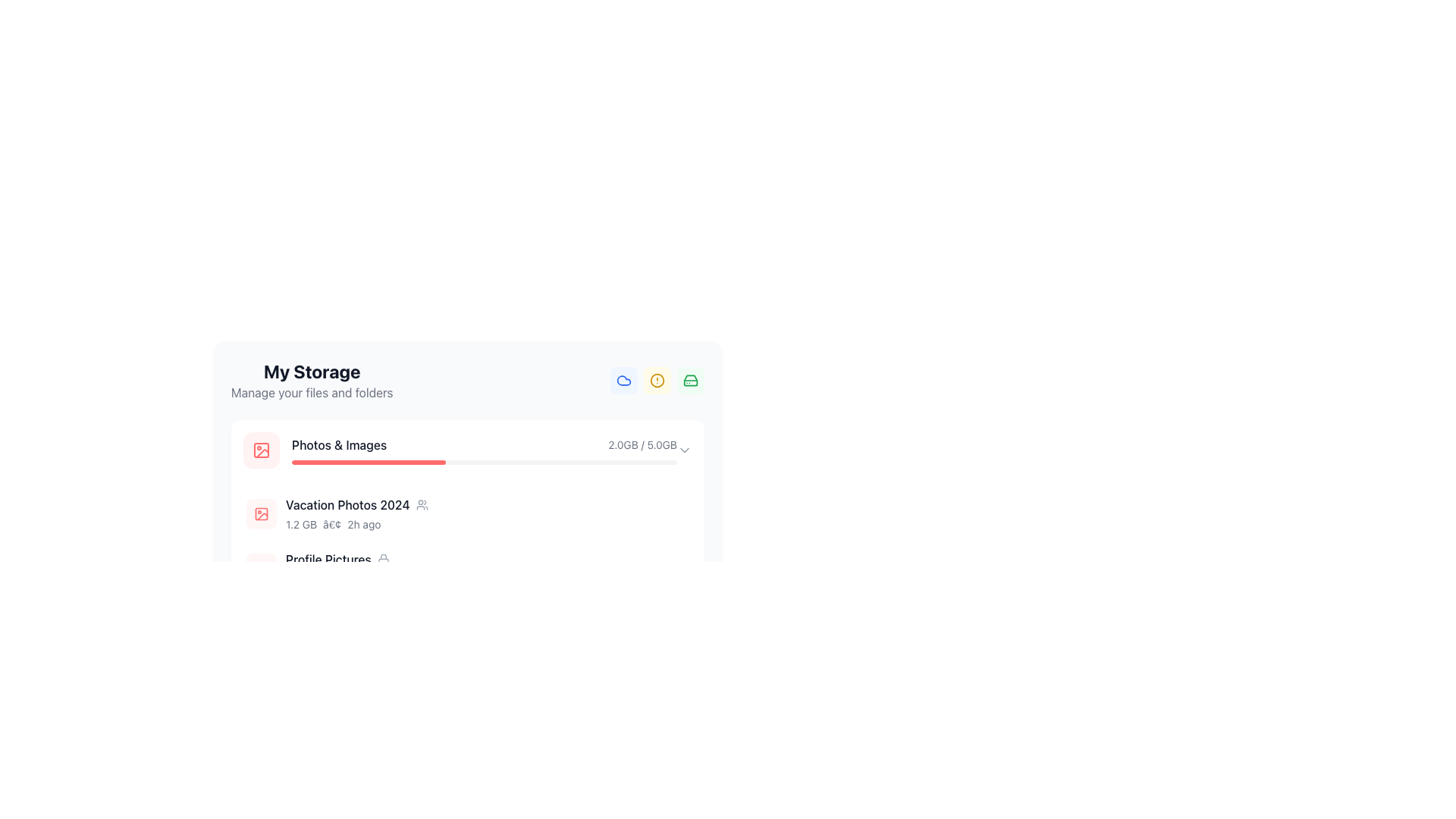 This screenshot has height=819, width=1456. Describe the element at coordinates (369, 656) in the screenshot. I see `the Progress bar indicator located below the 'Photos & Images' section, which visually represents the current progress or completion level` at that location.